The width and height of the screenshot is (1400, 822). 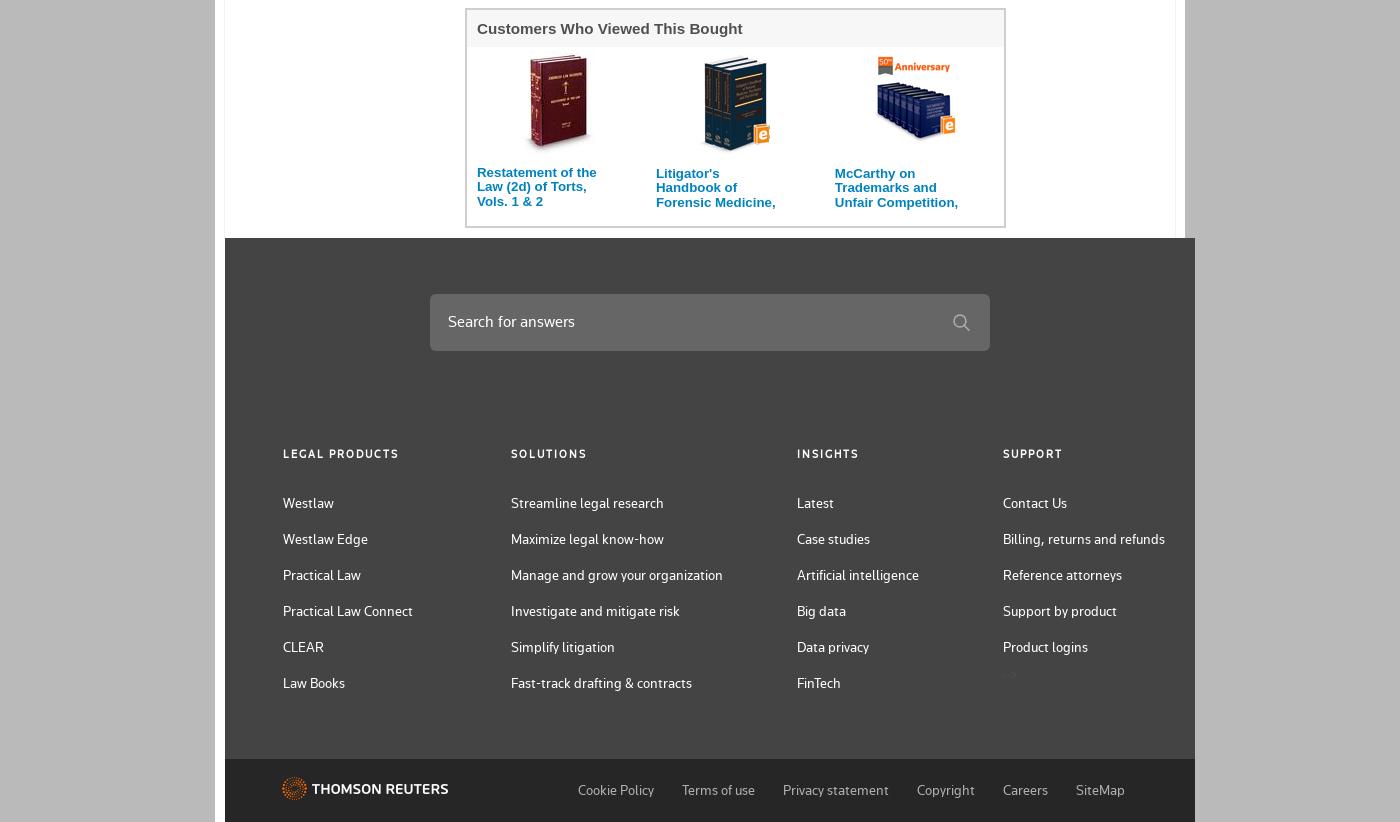 What do you see at coordinates (282, 681) in the screenshot?
I see `'Law Books'` at bounding box center [282, 681].